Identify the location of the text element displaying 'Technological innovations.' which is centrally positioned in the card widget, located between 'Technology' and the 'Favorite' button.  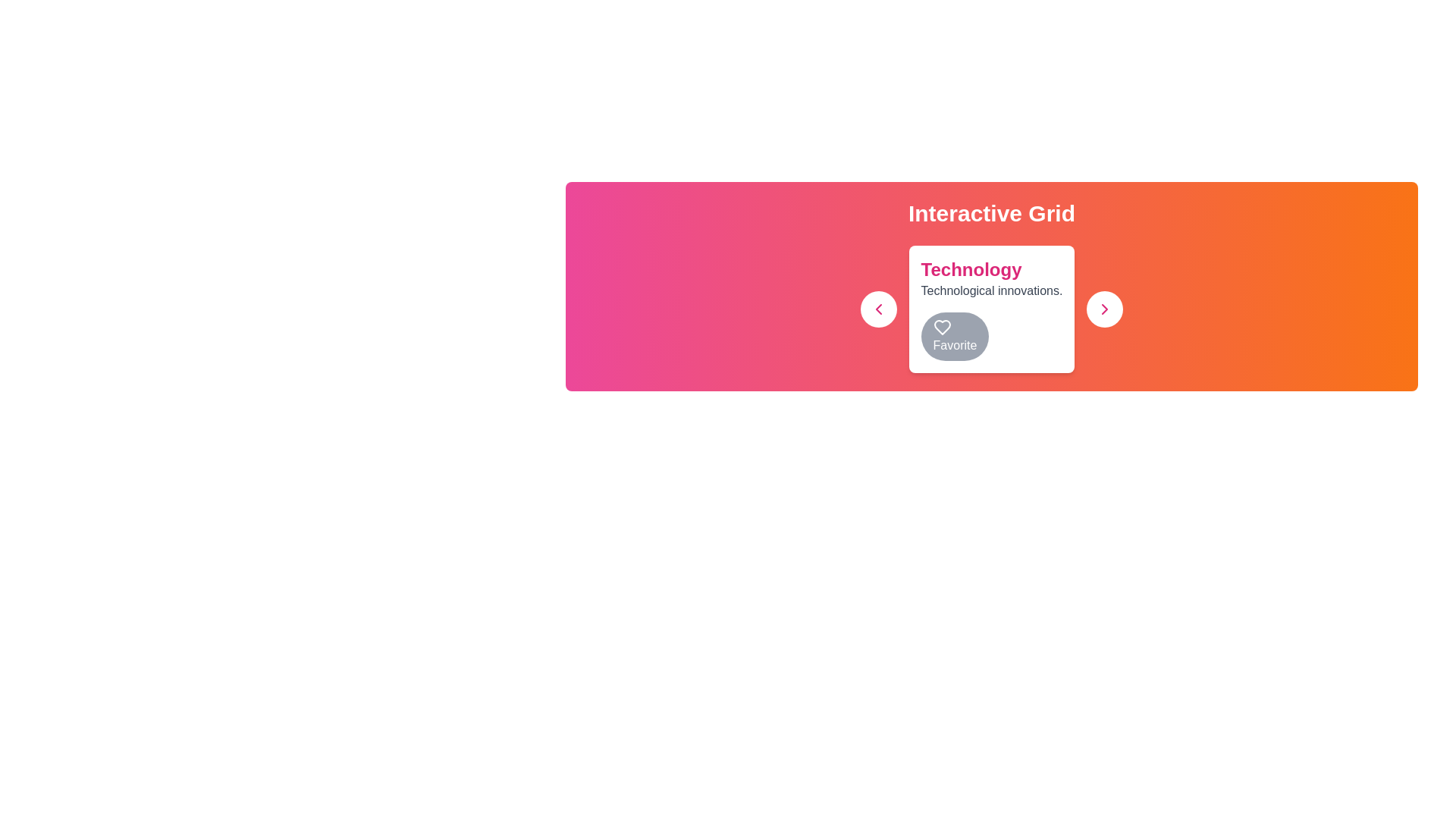
(991, 291).